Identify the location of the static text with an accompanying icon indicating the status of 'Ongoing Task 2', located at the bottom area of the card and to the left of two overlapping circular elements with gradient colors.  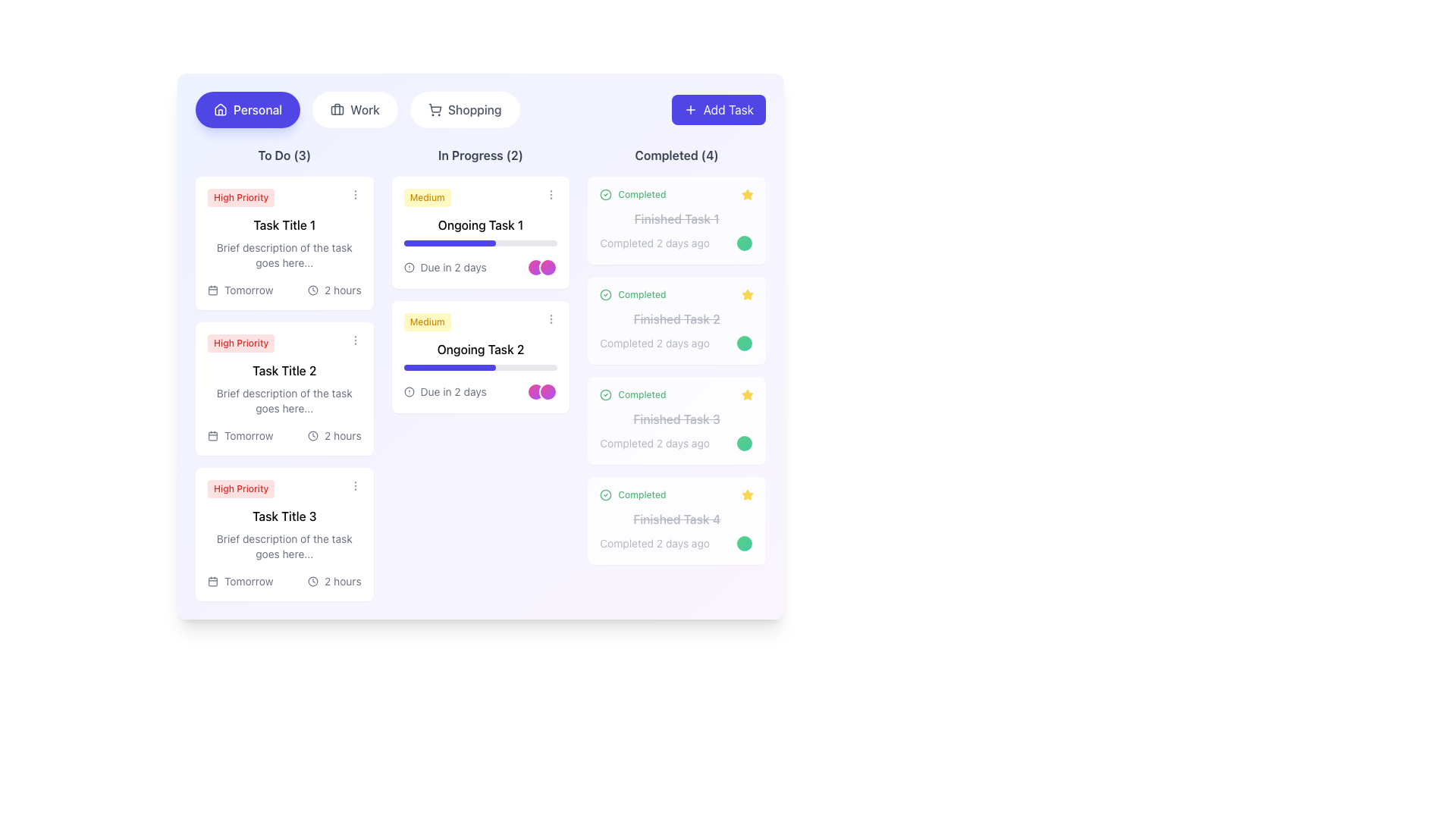
(479, 391).